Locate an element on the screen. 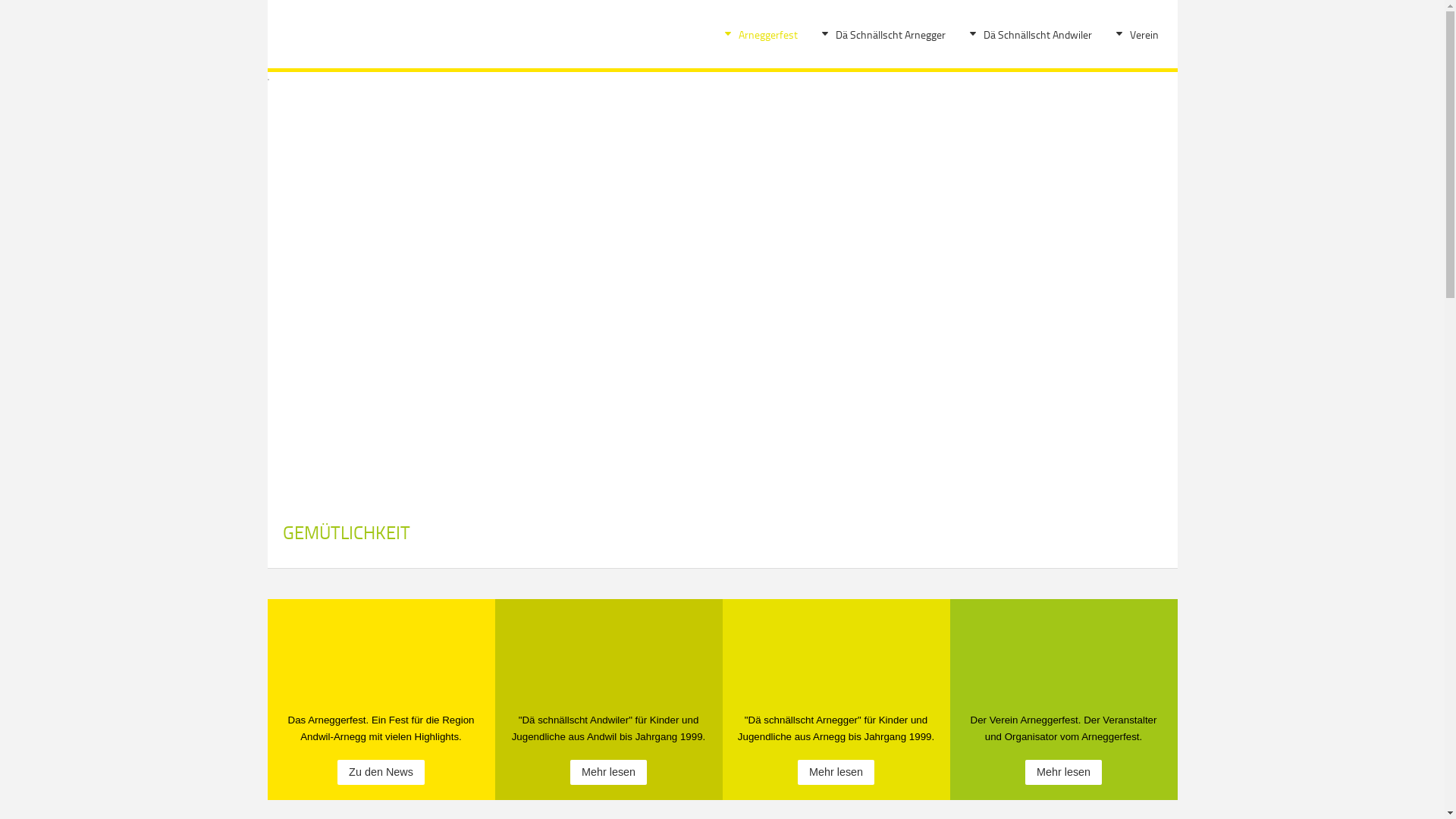  'Mehr lesen' is located at coordinates (608, 772).